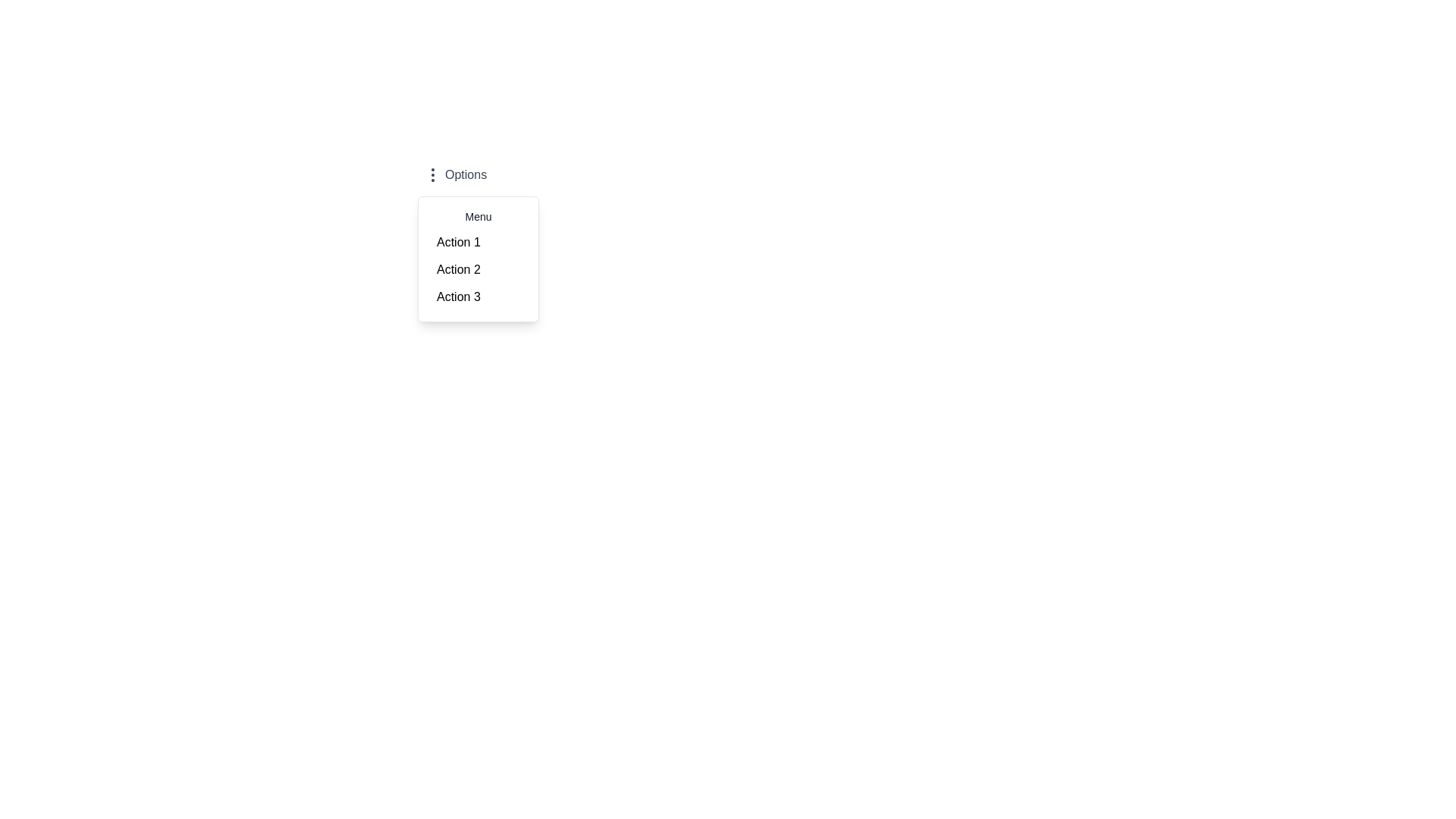  I want to click on the 'Options' button featuring a vertical ellipsis icon, so click(454, 174).